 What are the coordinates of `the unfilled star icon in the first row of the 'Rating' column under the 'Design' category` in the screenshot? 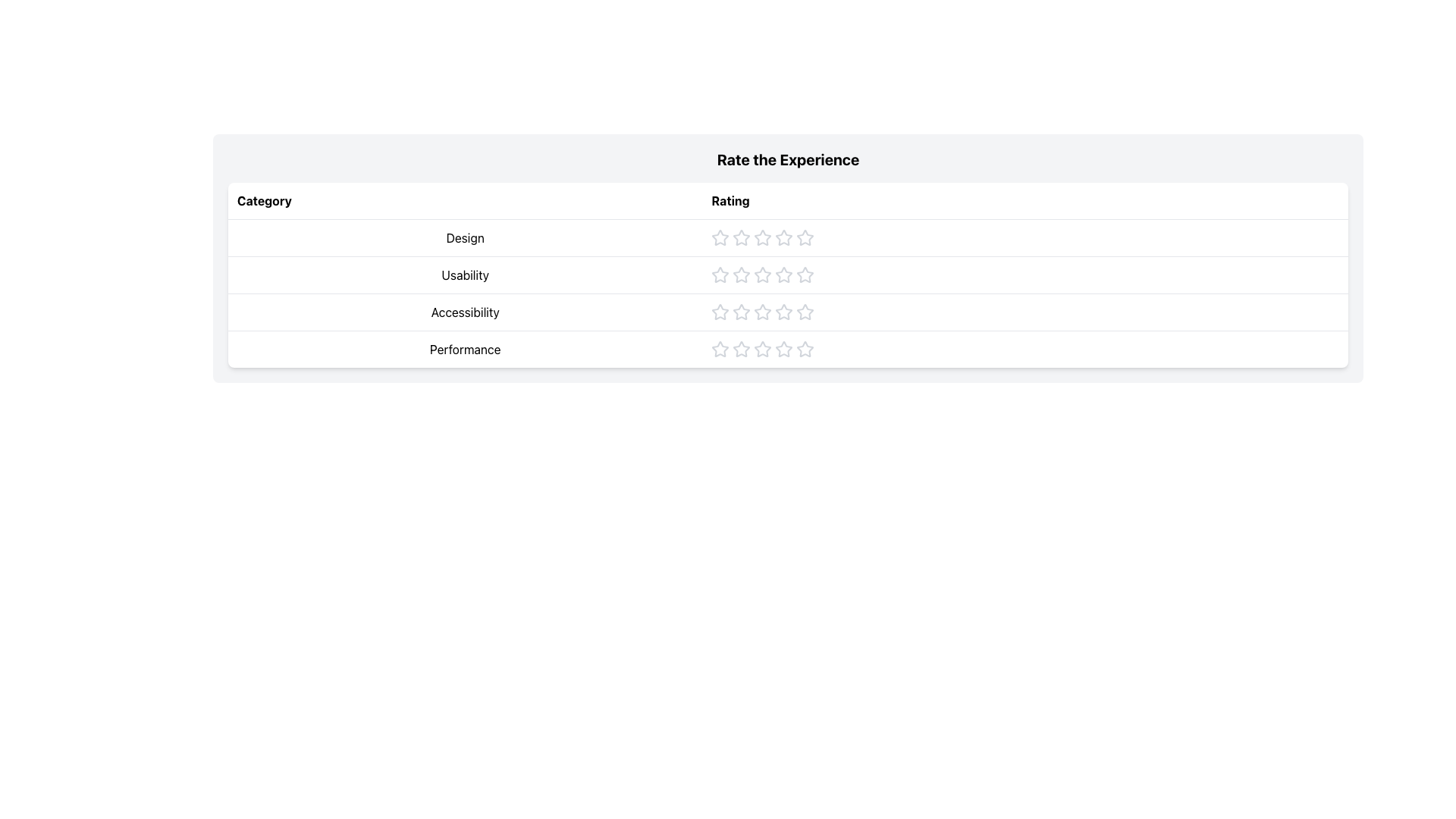 It's located at (720, 237).